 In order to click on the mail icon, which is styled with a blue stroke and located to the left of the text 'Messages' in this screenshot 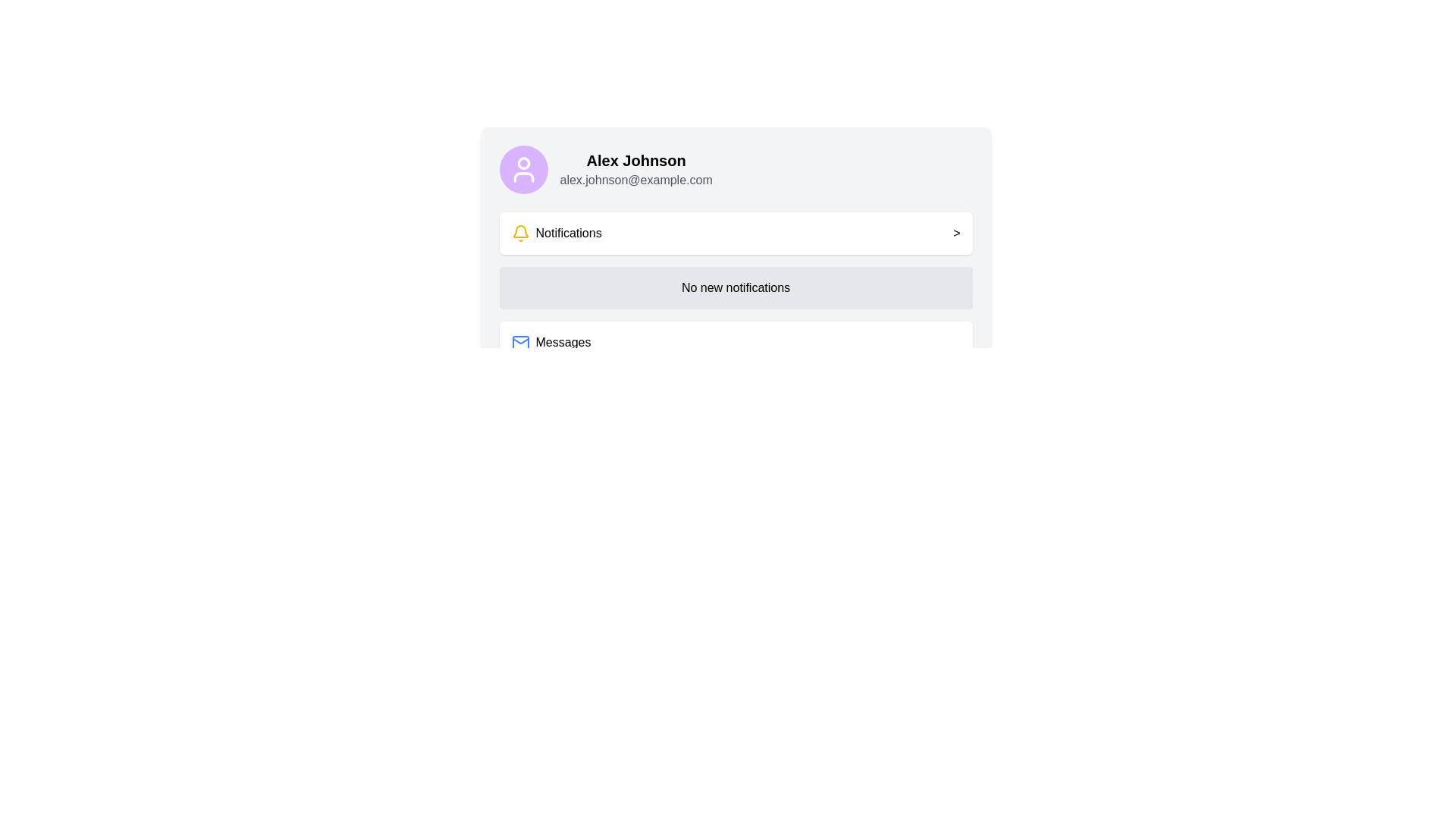, I will do `click(520, 342)`.